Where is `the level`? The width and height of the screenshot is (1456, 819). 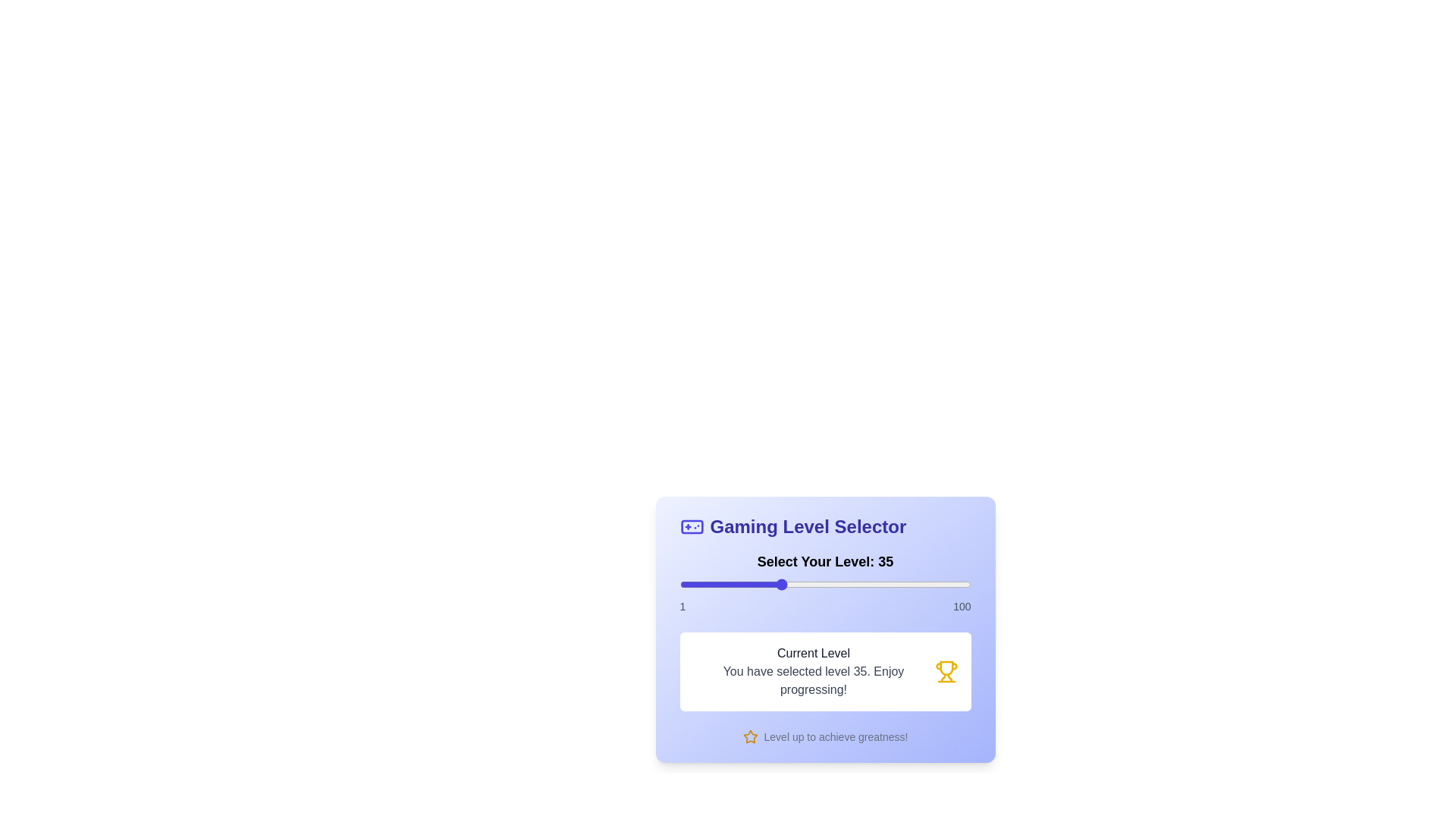
the level is located at coordinates (940, 584).